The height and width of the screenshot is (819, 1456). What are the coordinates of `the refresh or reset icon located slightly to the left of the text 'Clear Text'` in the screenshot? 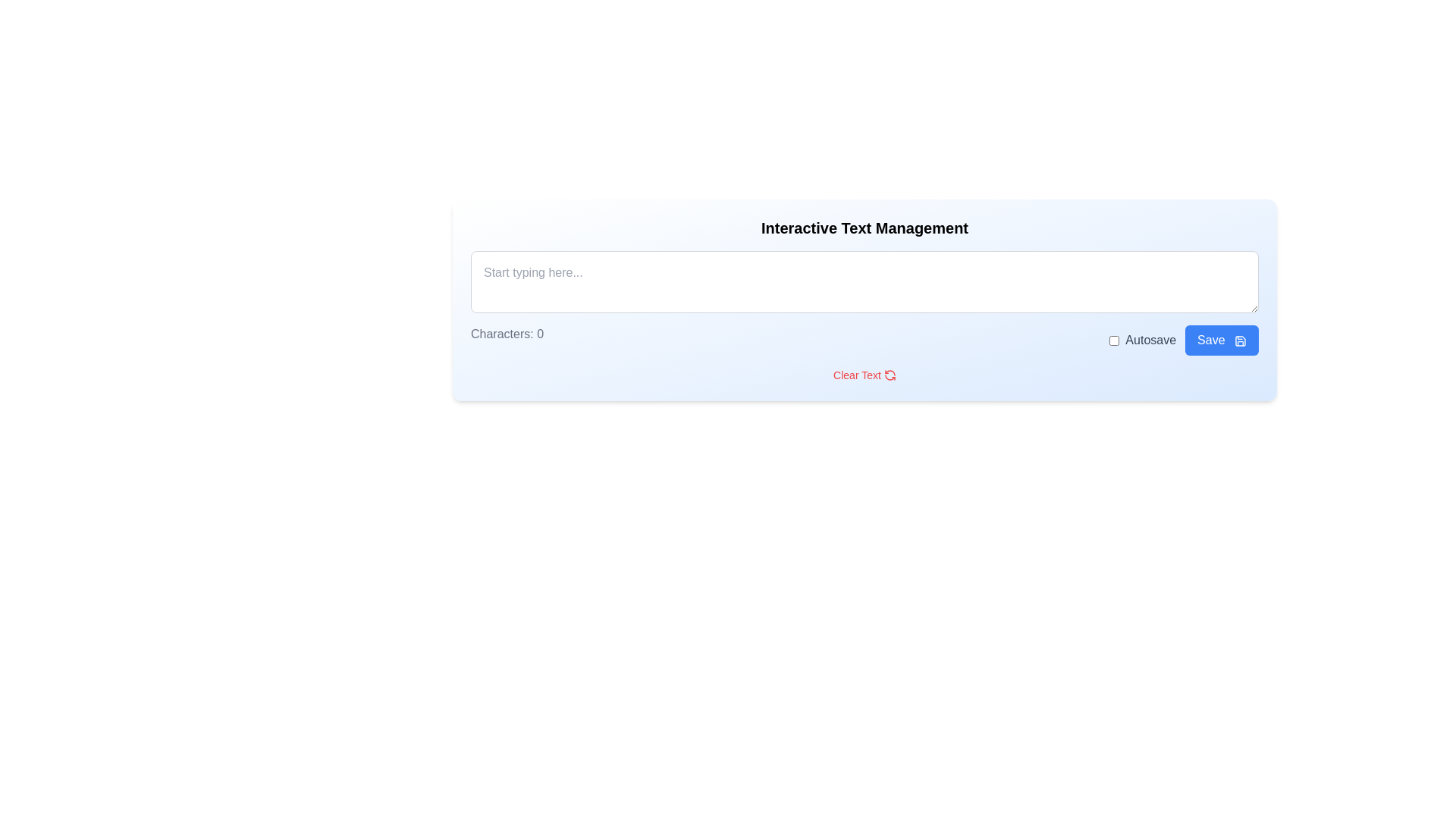 It's located at (890, 375).